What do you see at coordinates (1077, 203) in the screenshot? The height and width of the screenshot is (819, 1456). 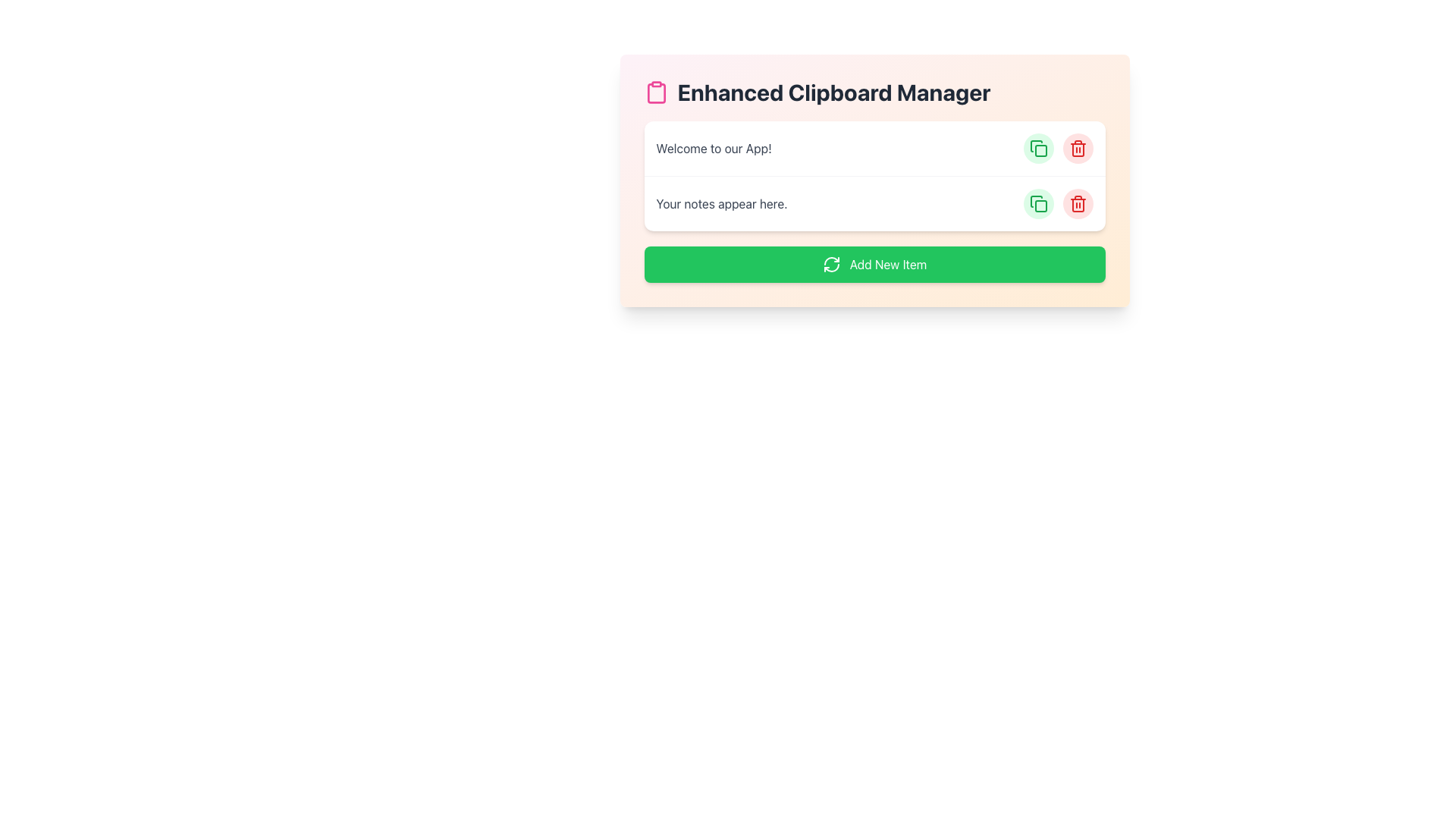 I see `the delete button located on the right side of a row in a list, which is the second button in its group` at bounding box center [1077, 203].